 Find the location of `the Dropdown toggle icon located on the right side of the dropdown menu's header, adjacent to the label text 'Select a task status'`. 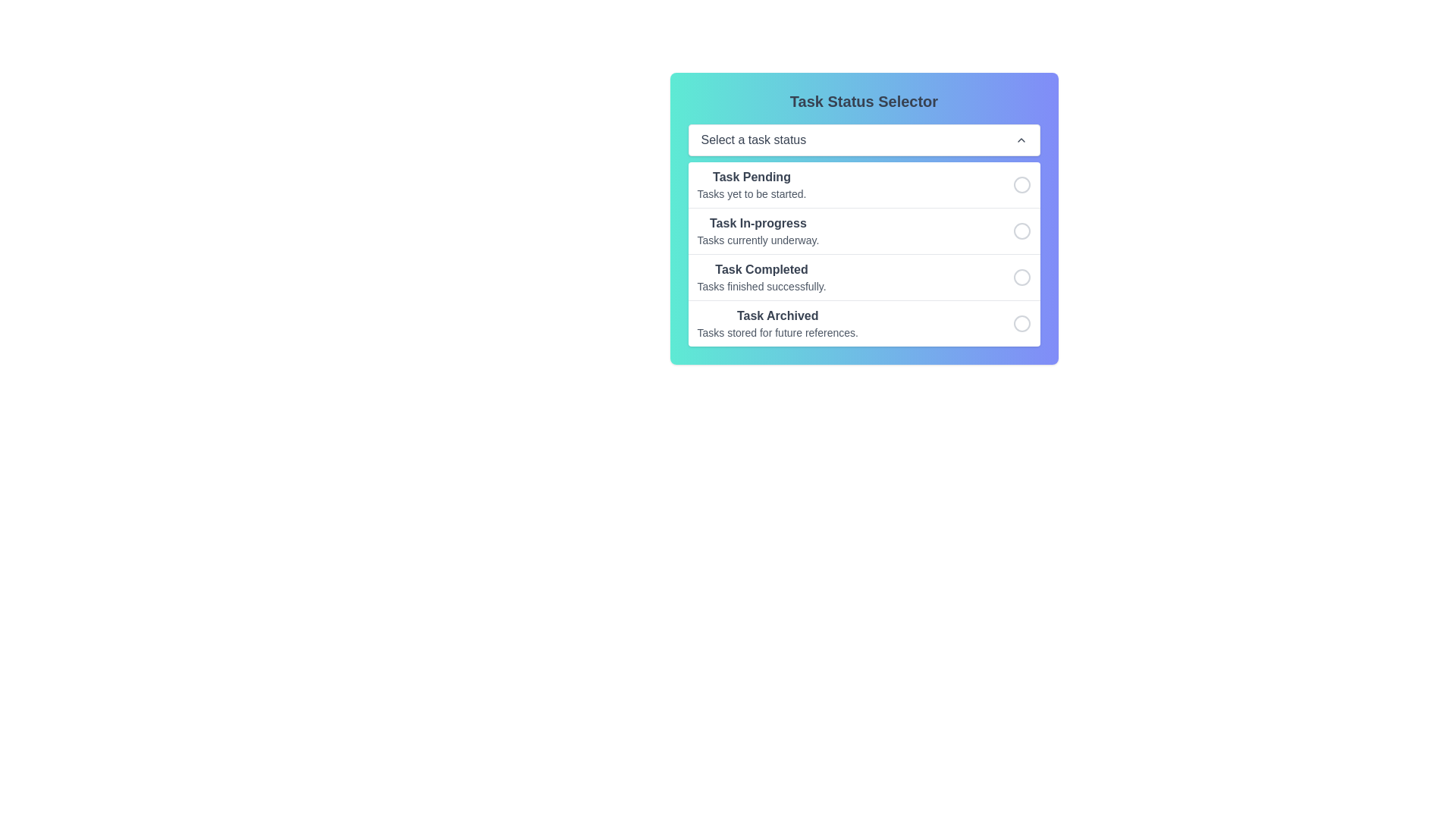

the Dropdown toggle icon located on the right side of the dropdown menu's header, adjacent to the label text 'Select a task status' is located at coordinates (1021, 140).